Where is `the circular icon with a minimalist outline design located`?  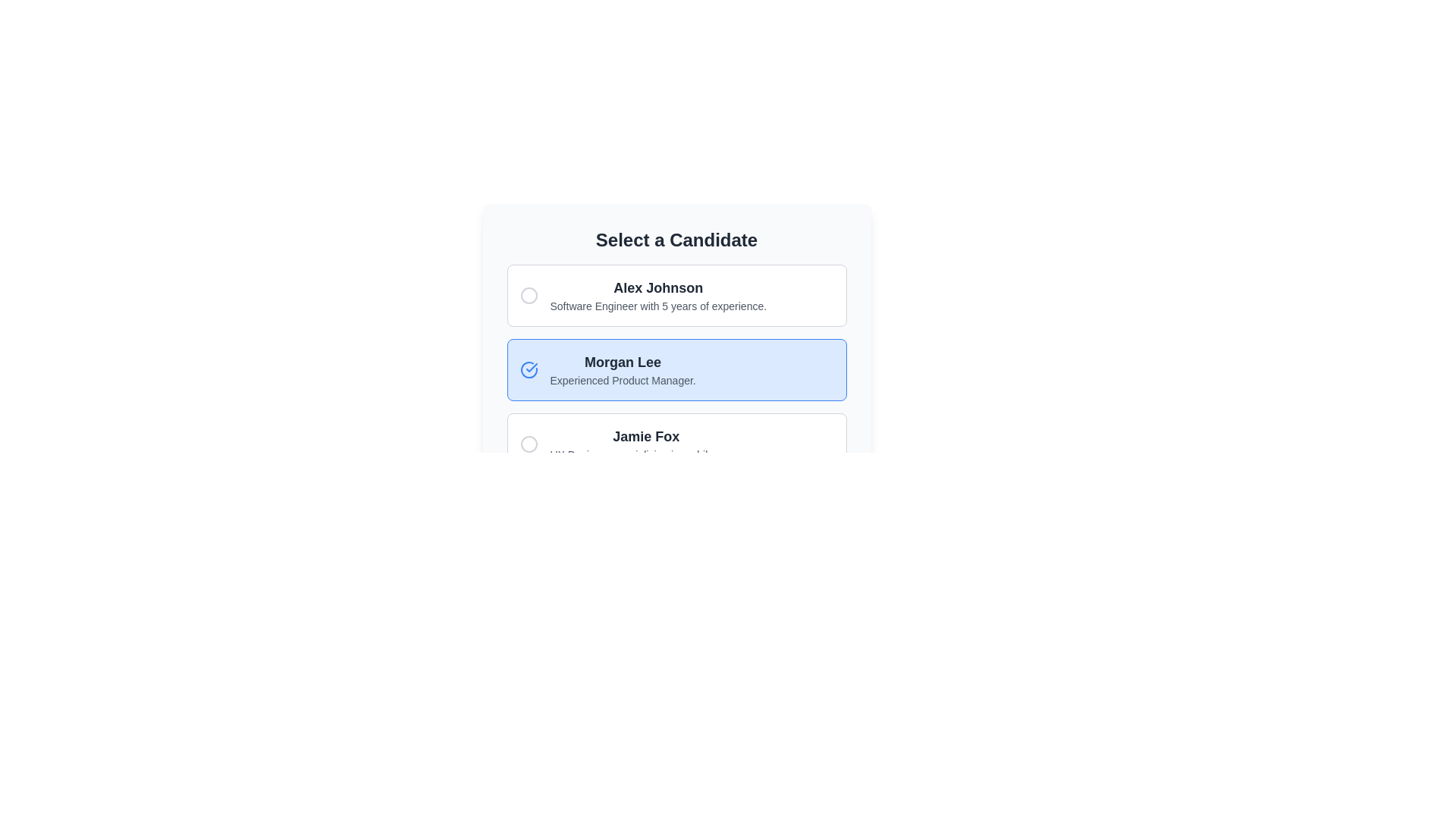
the circular icon with a minimalist outline design located is located at coordinates (529, 444).